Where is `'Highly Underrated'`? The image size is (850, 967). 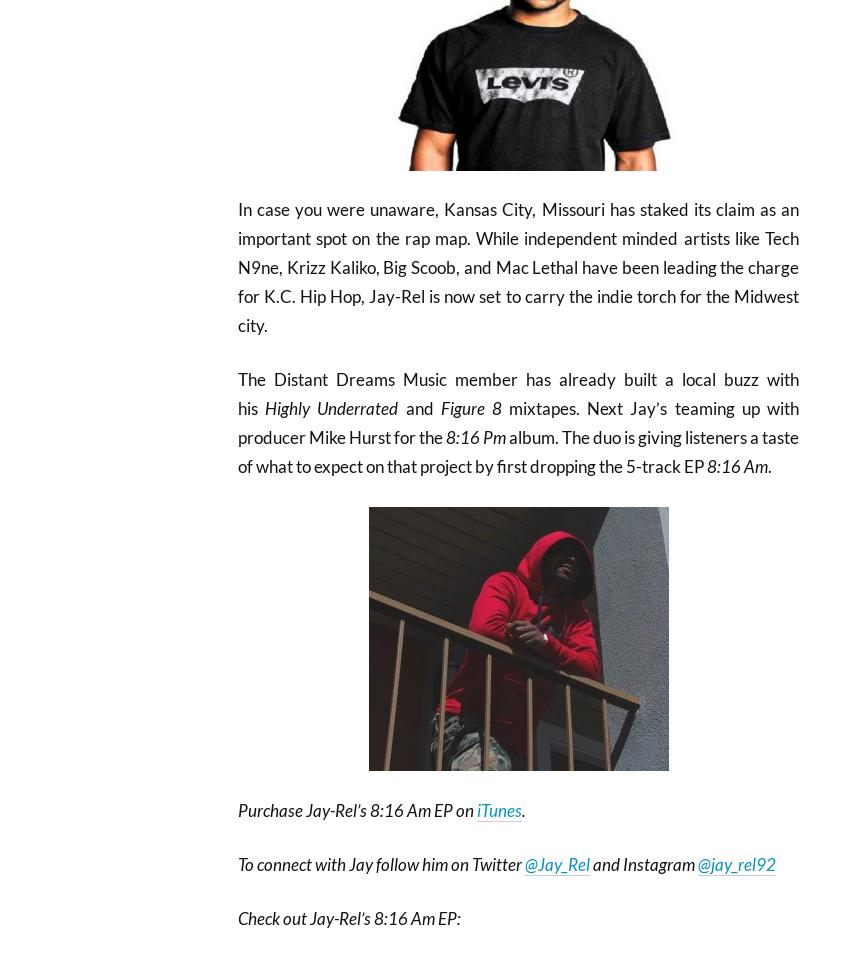
'Highly Underrated' is located at coordinates (331, 408).